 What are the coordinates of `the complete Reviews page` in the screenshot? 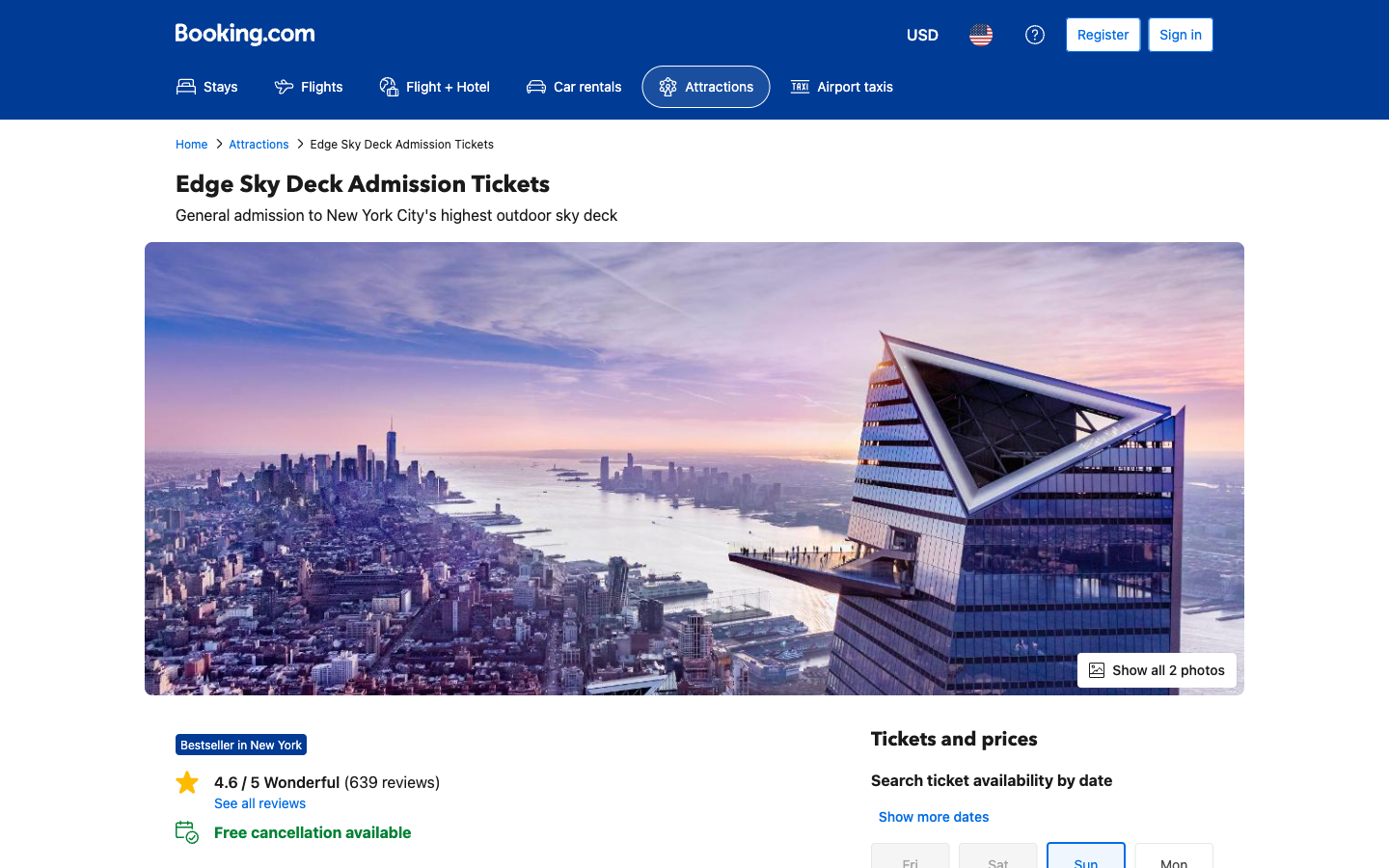 It's located at (527, 803).